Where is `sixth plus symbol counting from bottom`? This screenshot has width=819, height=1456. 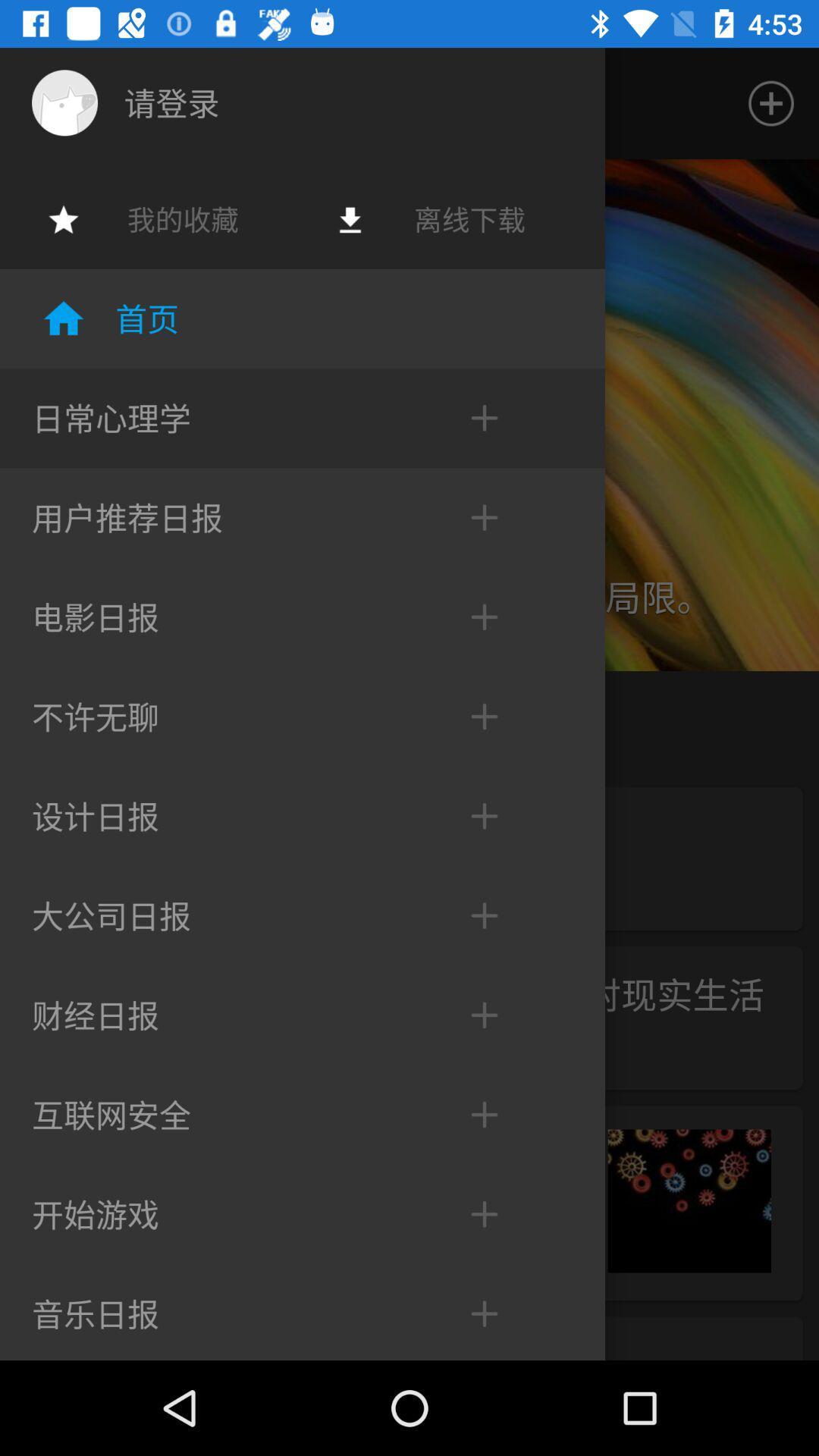 sixth plus symbol counting from bottom is located at coordinates (467, 517).